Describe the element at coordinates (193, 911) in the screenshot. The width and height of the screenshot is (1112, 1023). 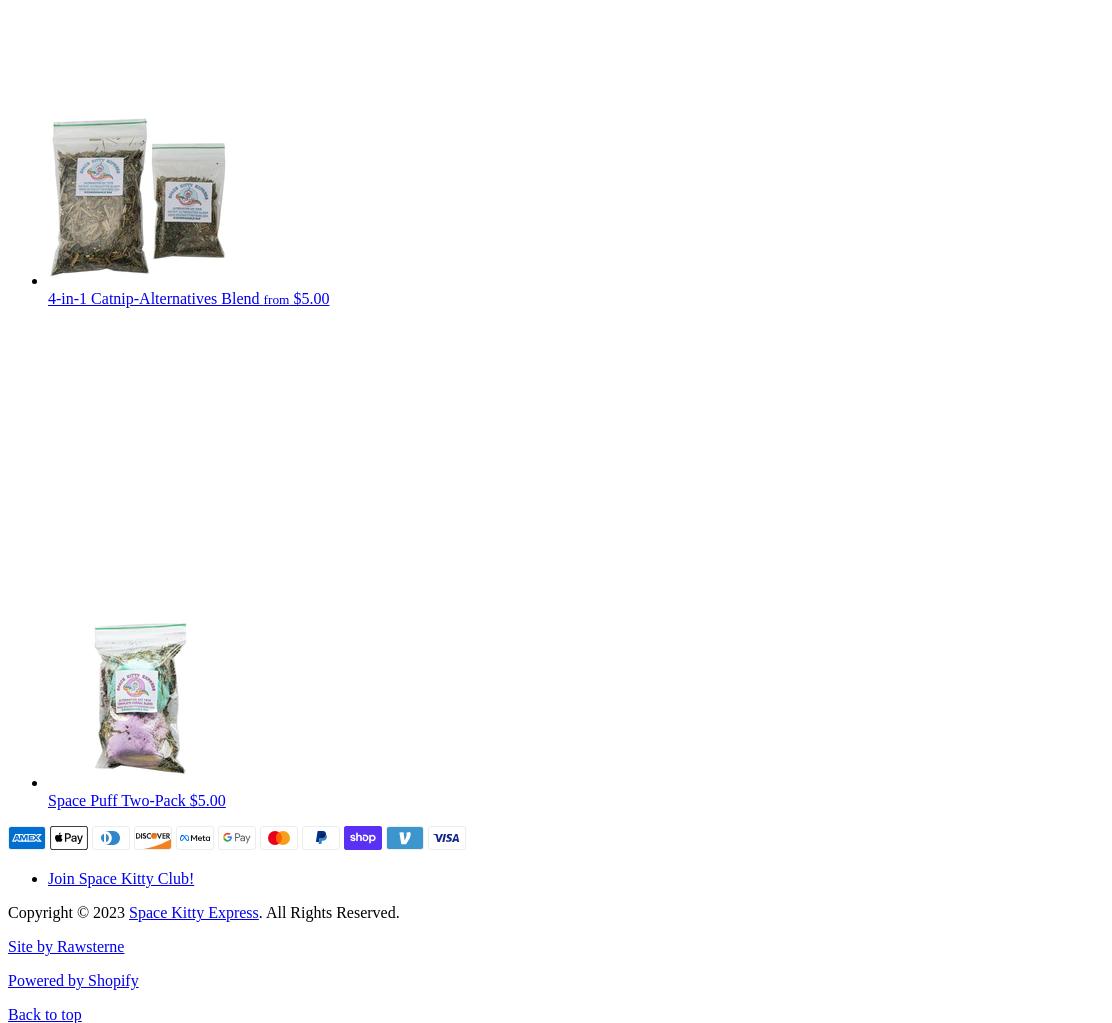
I see `'Space Kitty Express'` at that location.